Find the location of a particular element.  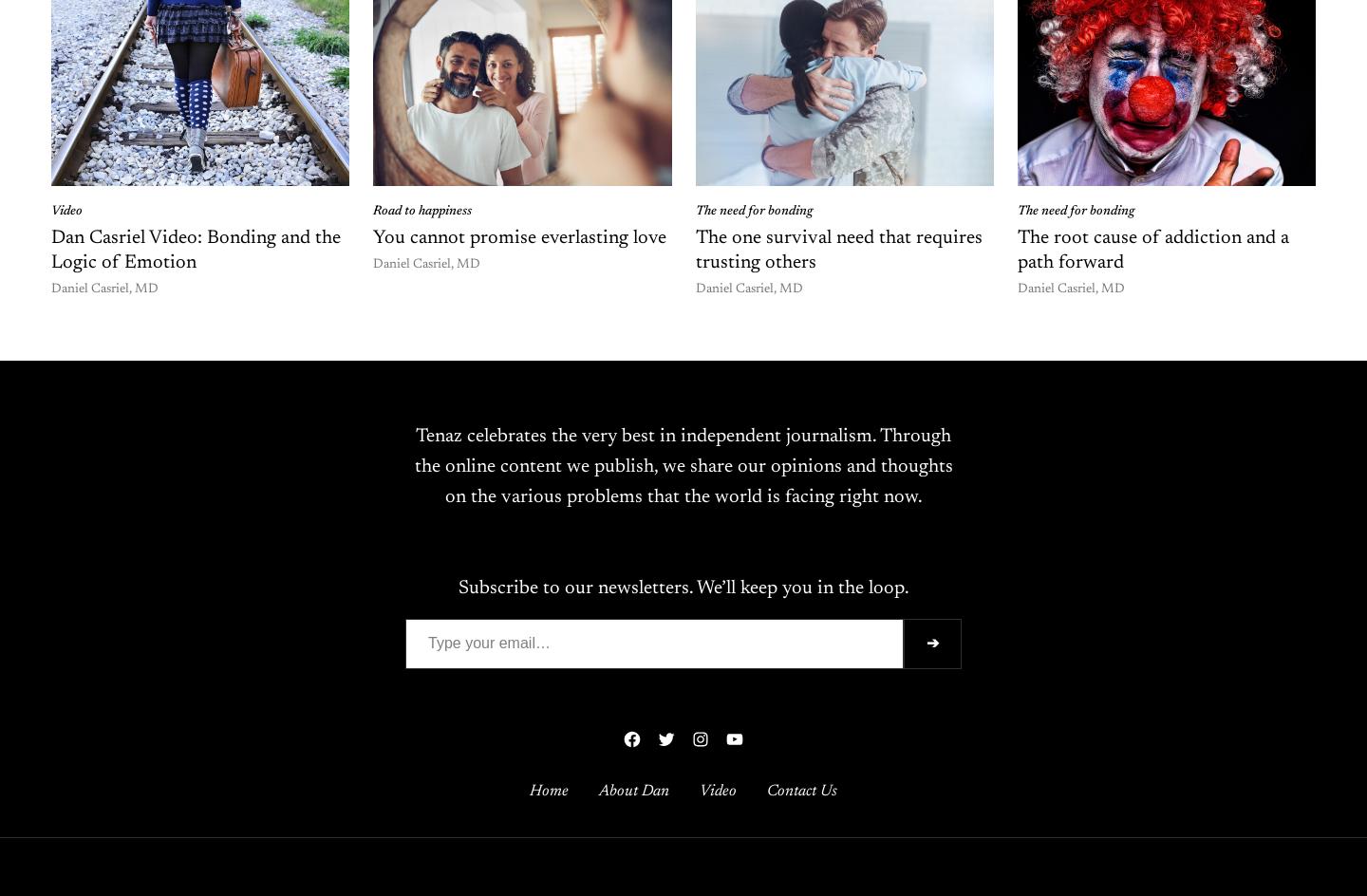

'Subscribe to our newsletters. We’ll keep you in the loop.' is located at coordinates (456, 588).